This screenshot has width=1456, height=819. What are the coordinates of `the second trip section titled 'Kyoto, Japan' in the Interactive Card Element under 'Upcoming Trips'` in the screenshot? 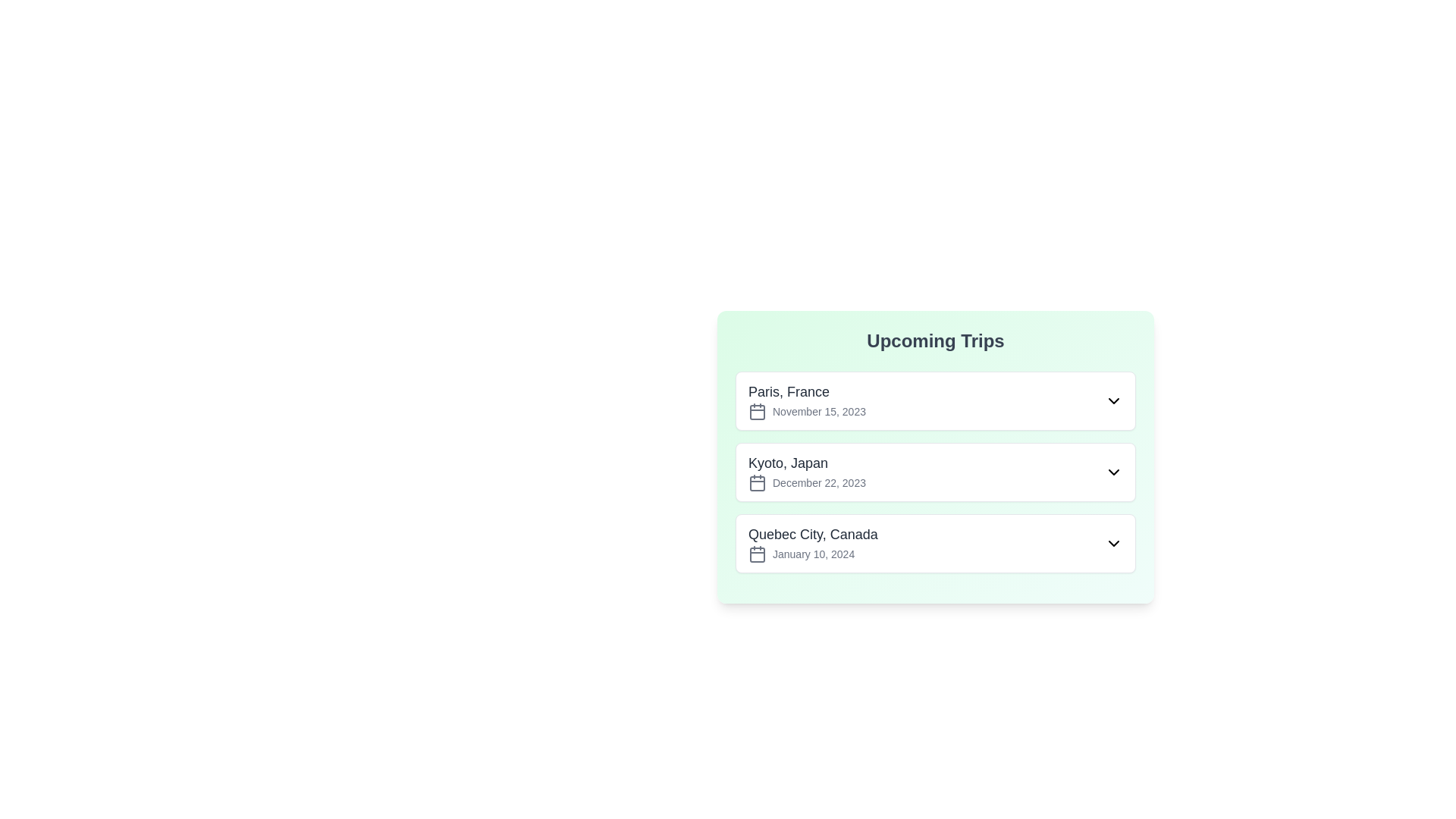 It's located at (934, 456).